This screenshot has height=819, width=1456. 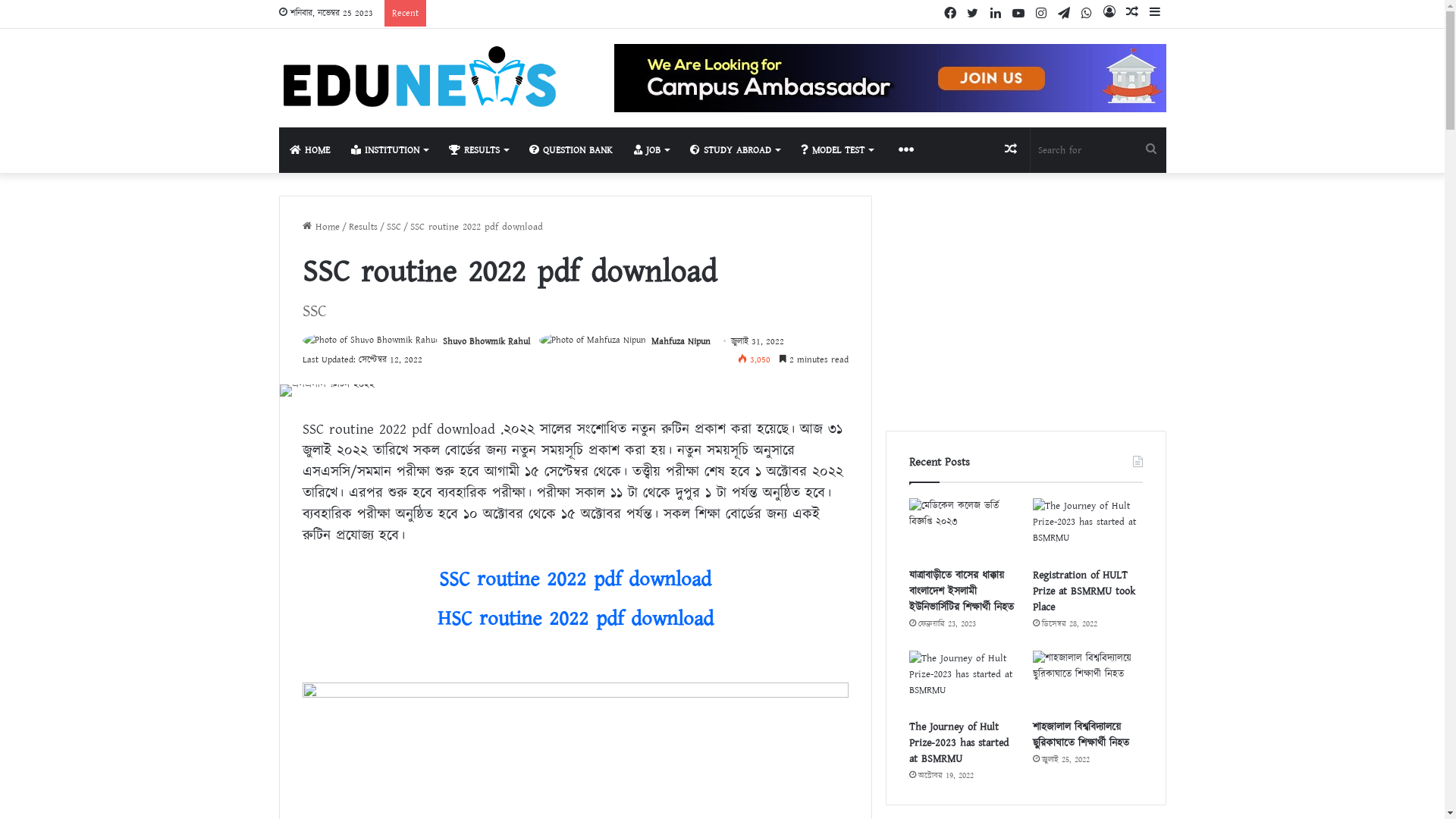 I want to click on 'Facebook', so click(x=938, y=14).